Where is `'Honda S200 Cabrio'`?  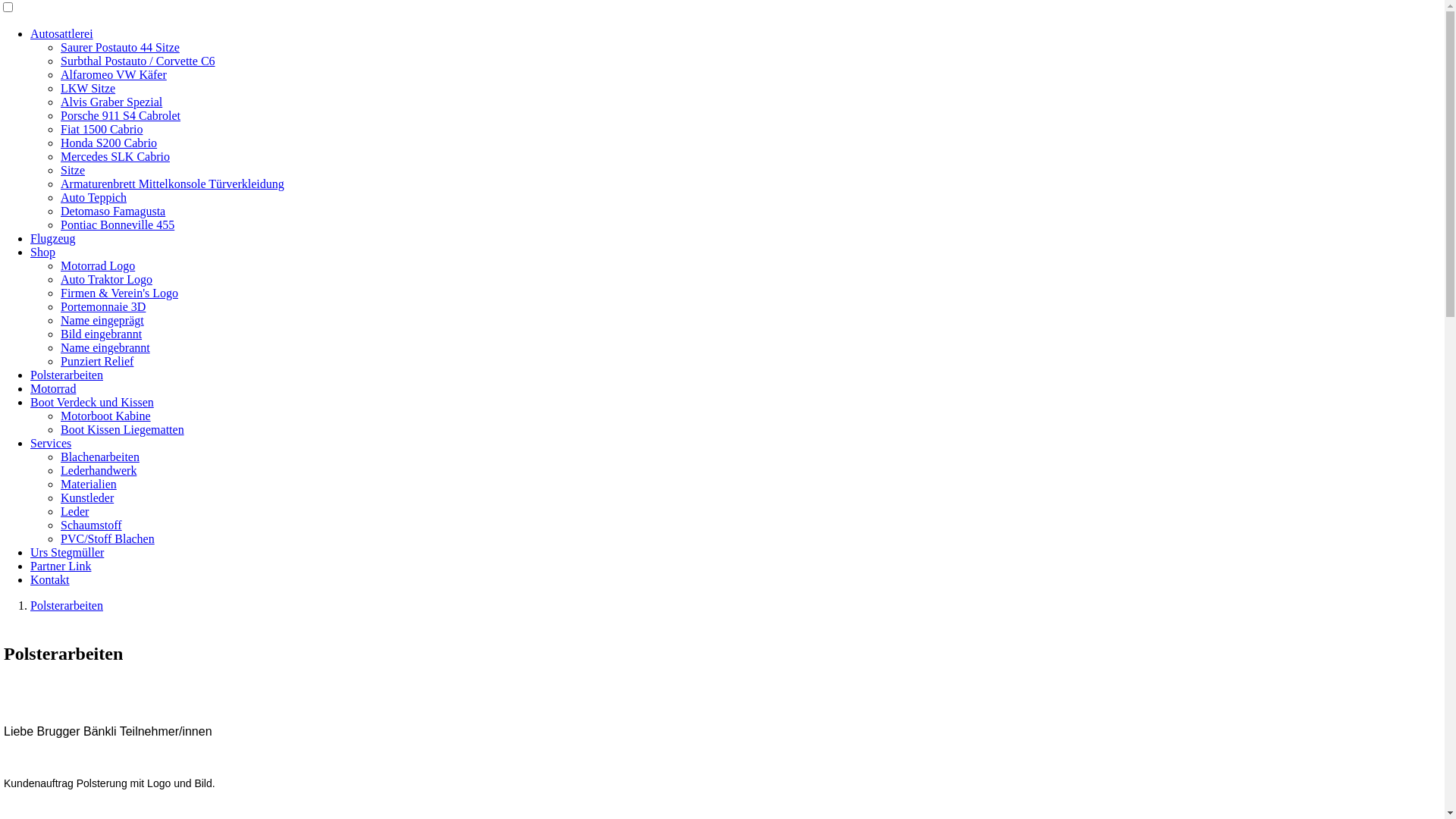
'Honda S200 Cabrio' is located at coordinates (108, 143).